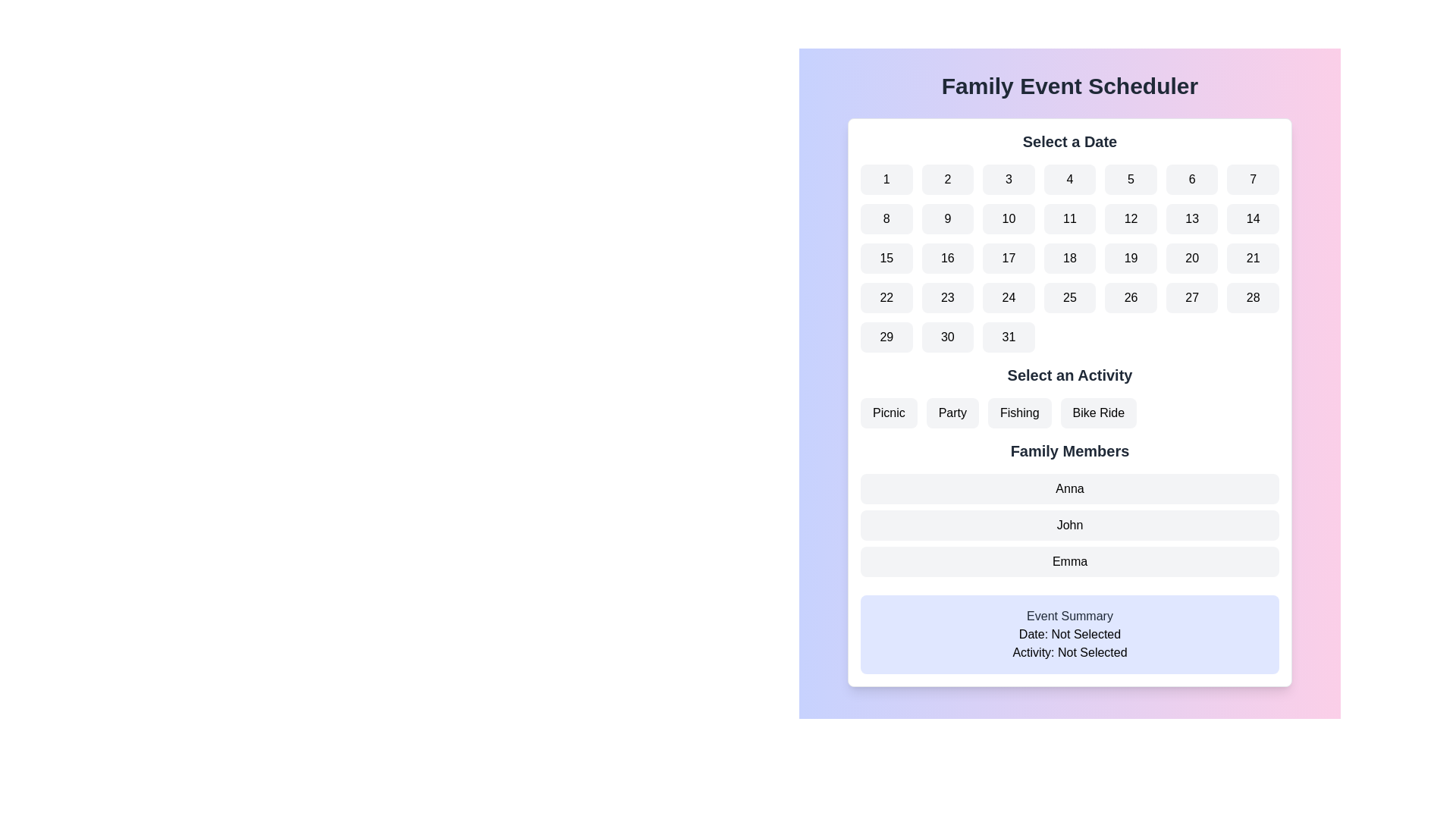  What do you see at coordinates (1069, 219) in the screenshot?
I see `the day selection button for day '11' in the date picker located in the second row and fourth column of the grid within the 'Select a Date' section` at bounding box center [1069, 219].